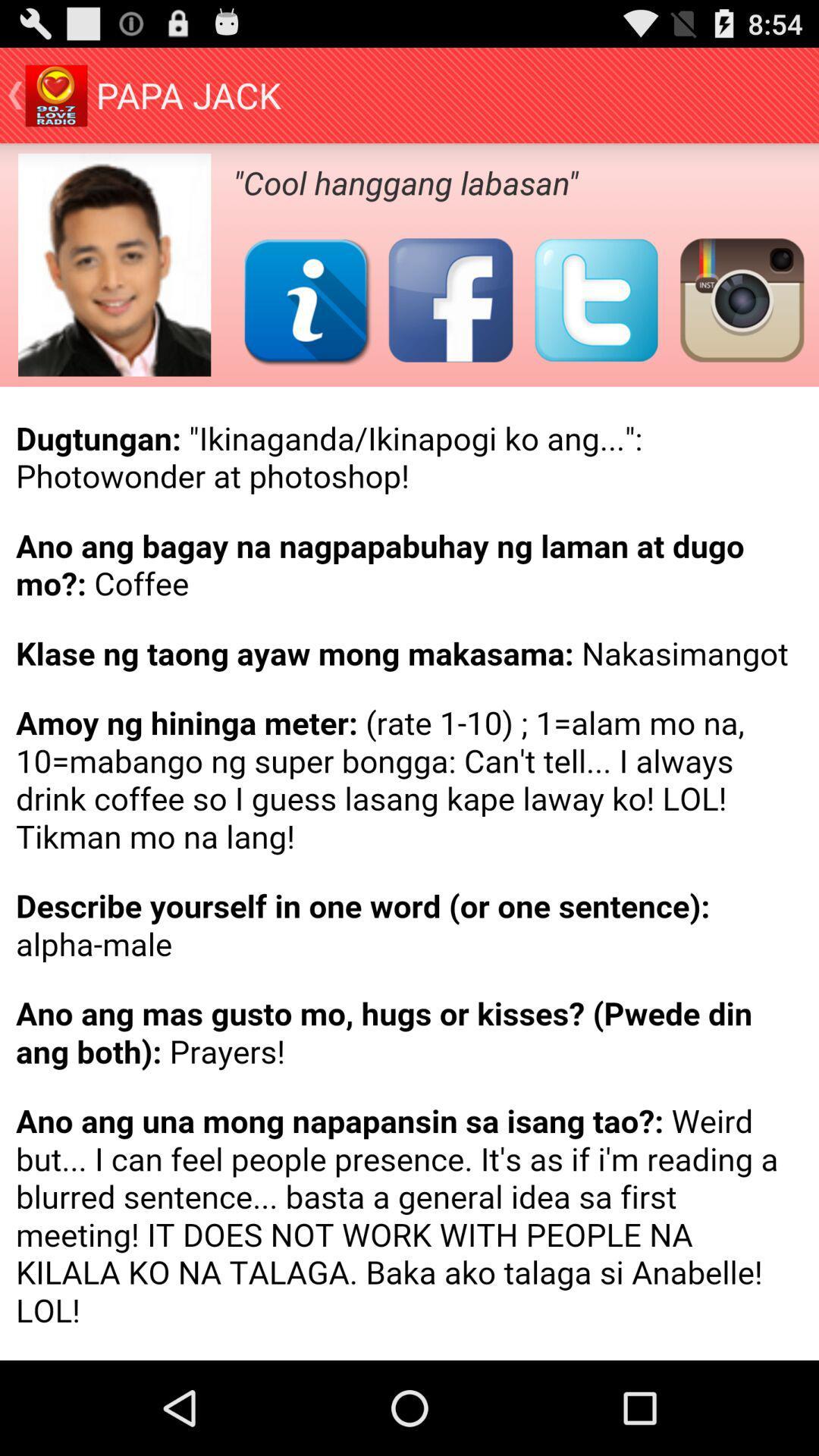  What do you see at coordinates (741, 300) in the screenshot?
I see `this button is for the instagram page` at bounding box center [741, 300].